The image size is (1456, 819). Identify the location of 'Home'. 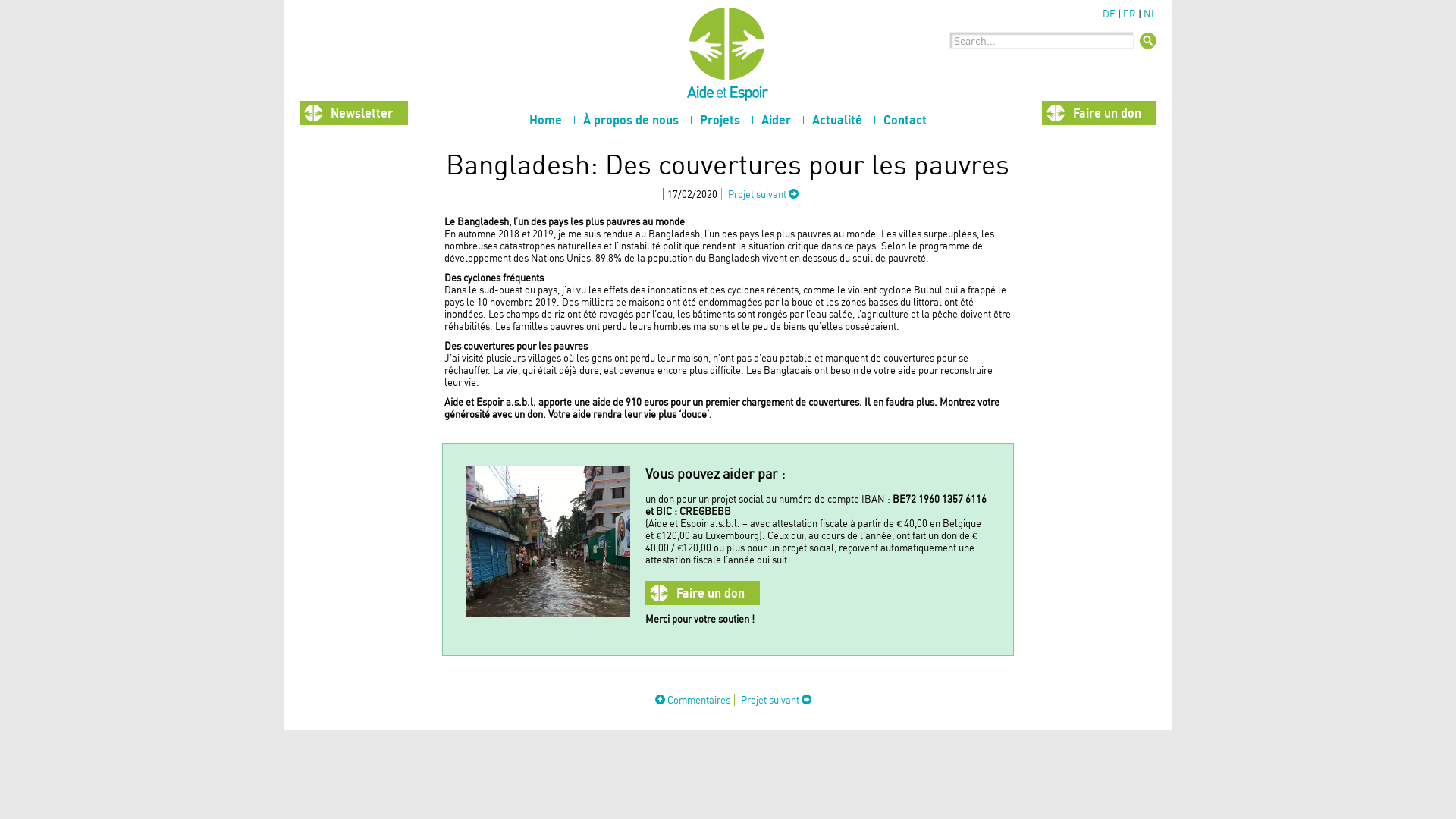
(545, 117).